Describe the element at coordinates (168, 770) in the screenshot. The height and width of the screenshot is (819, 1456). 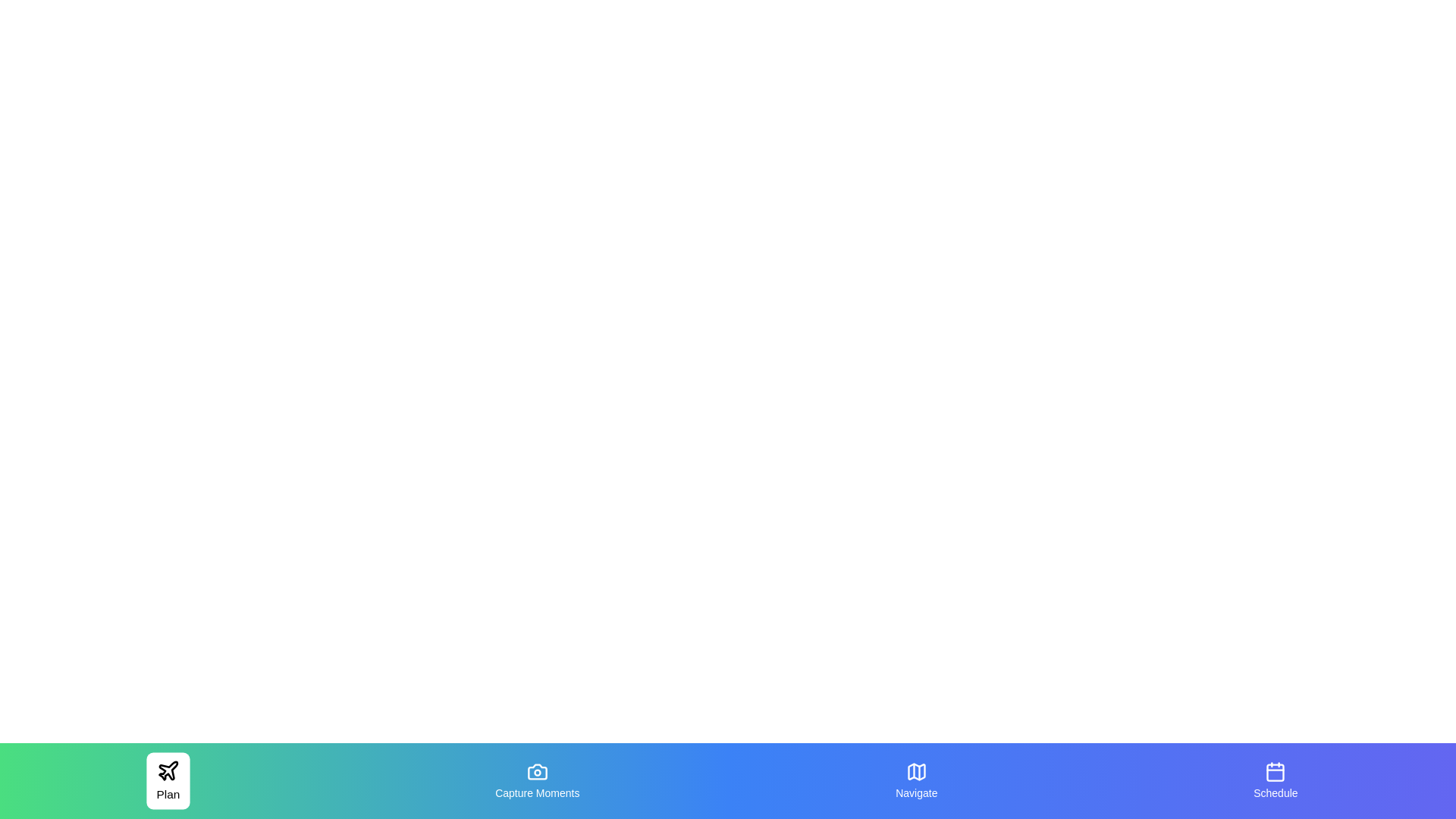
I see `the icon associated with the tab Plan` at that location.